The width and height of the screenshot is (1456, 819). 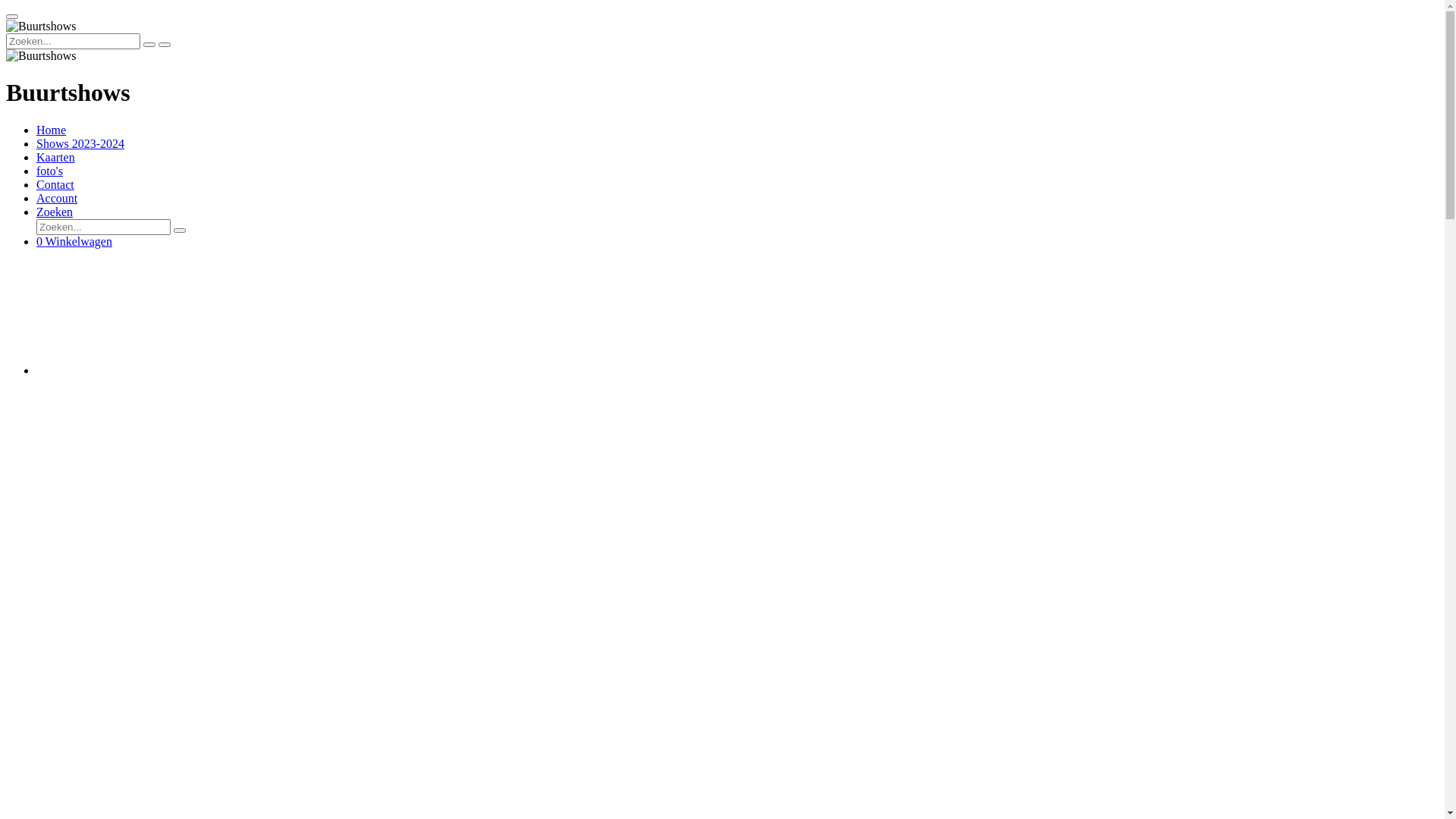 What do you see at coordinates (55, 184) in the screenshot?
I see `'Contact'` at bounding box center [55, 184].